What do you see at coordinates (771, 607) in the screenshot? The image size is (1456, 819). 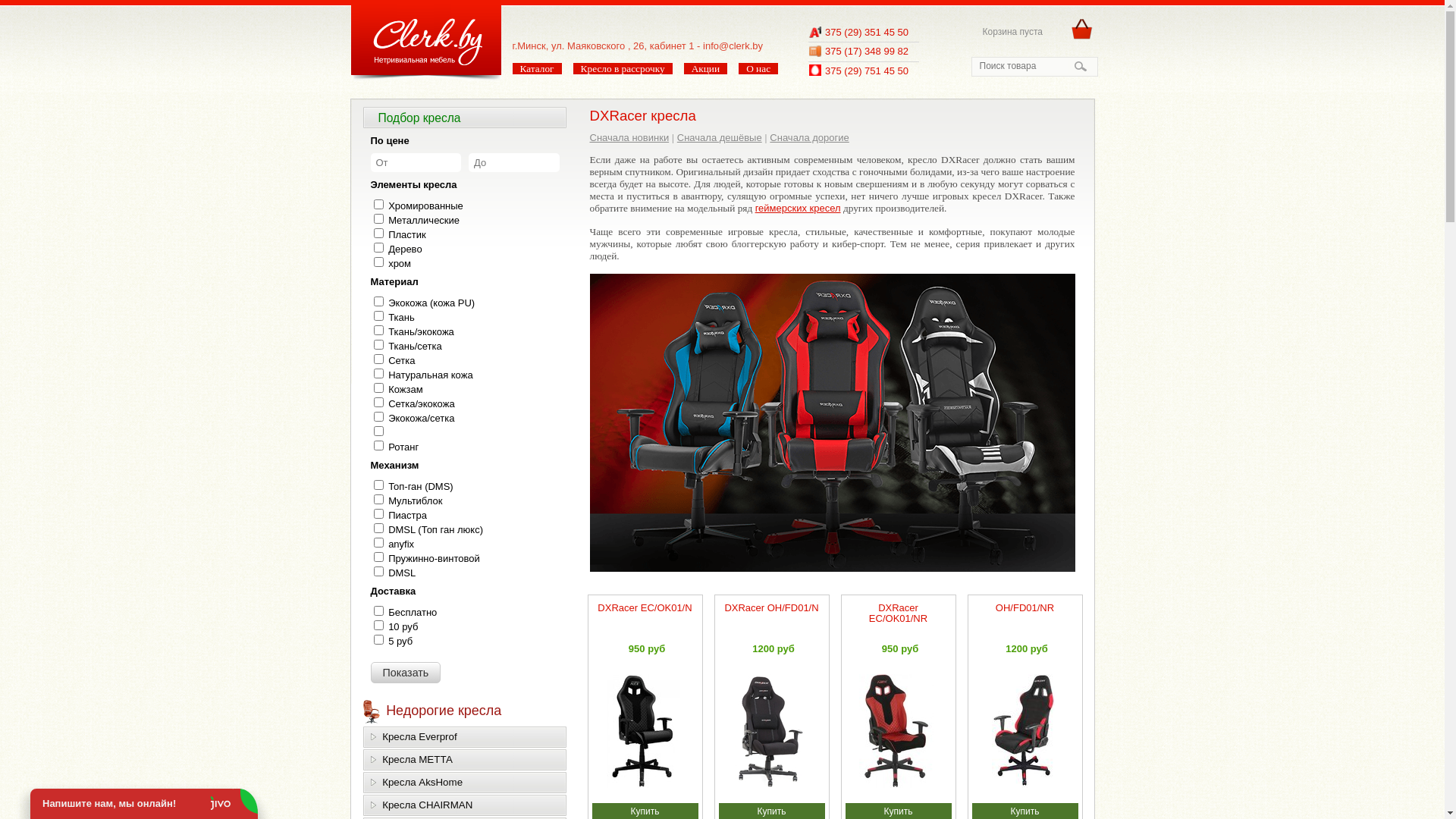 I see `'DXRacer OH/FD01/N'` at bounding box center [771, 607].